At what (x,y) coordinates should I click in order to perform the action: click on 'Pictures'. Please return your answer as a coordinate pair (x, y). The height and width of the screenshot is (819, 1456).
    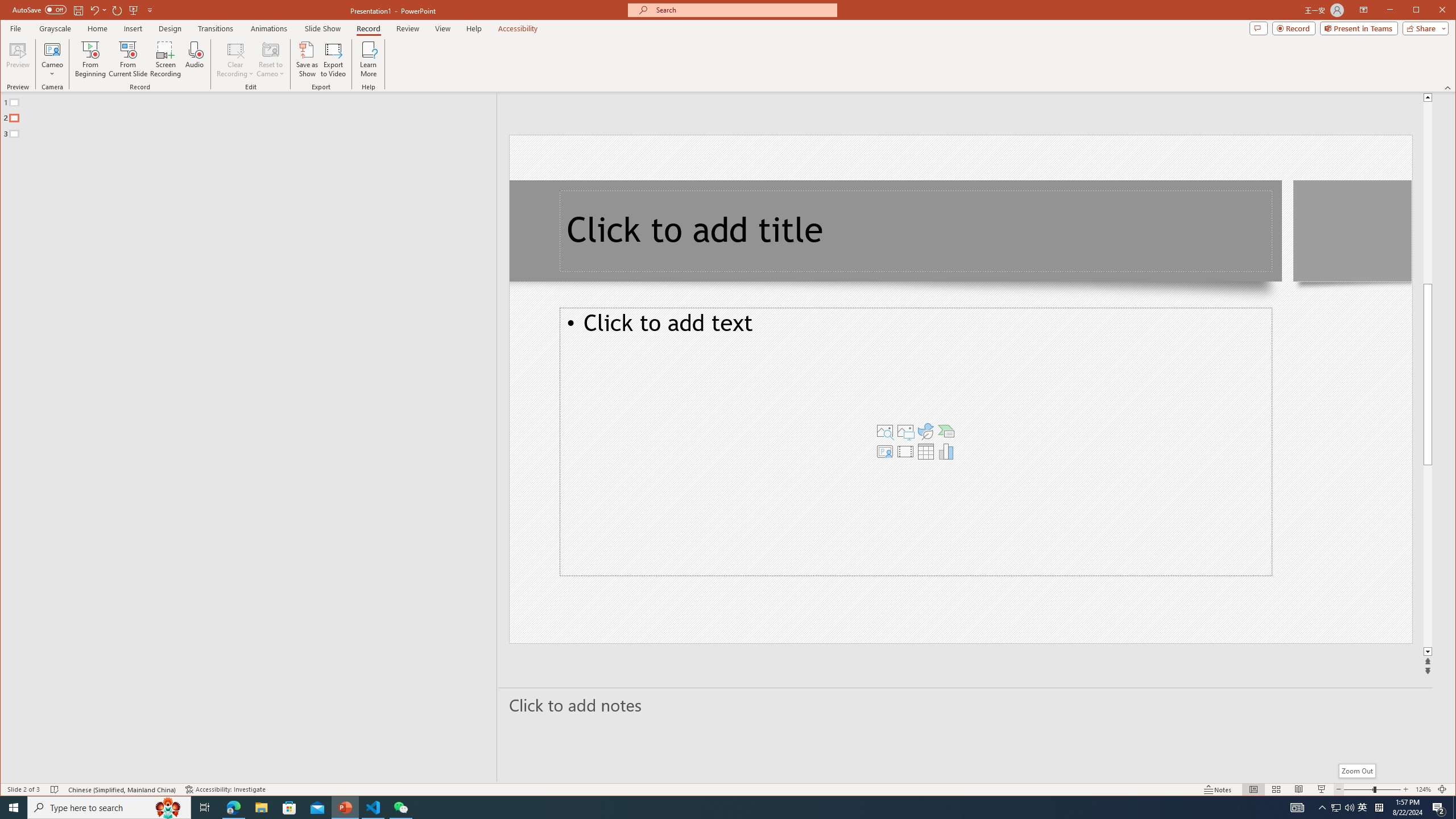
    Looking at the image, I should click on (905, 431).